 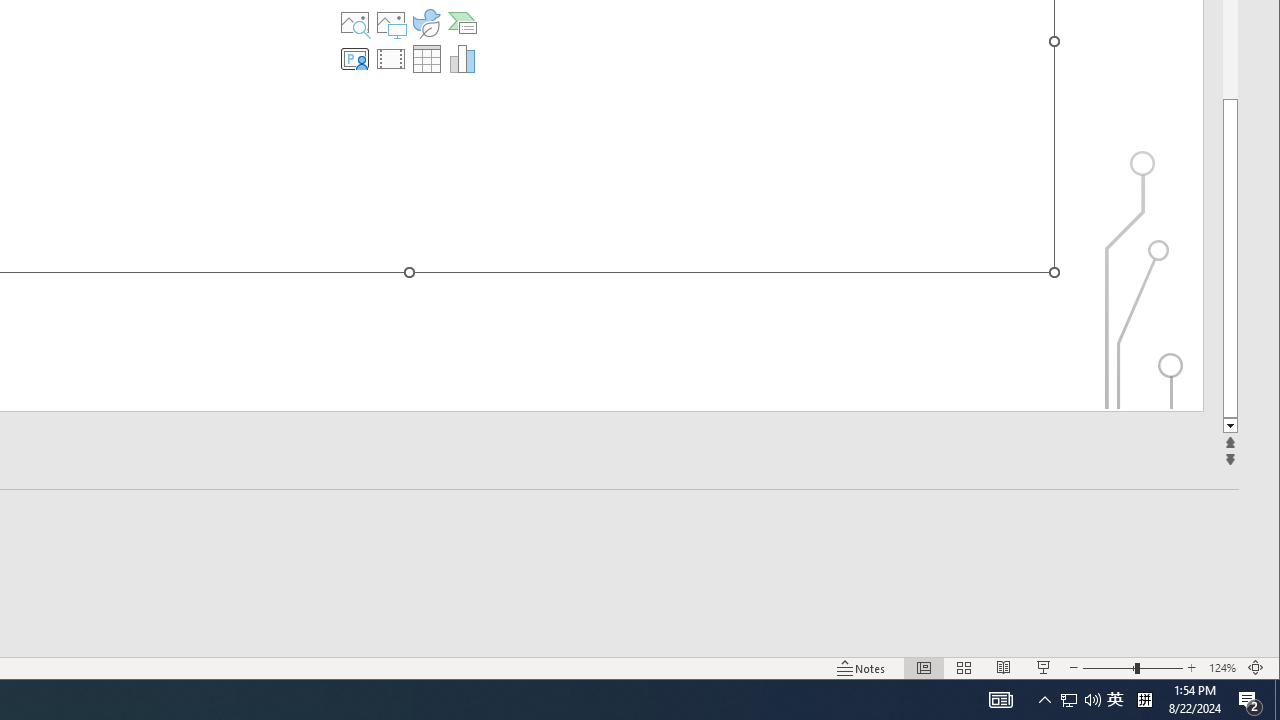 I want to click on 'Insert an Icon', so click(x=425, y=23).